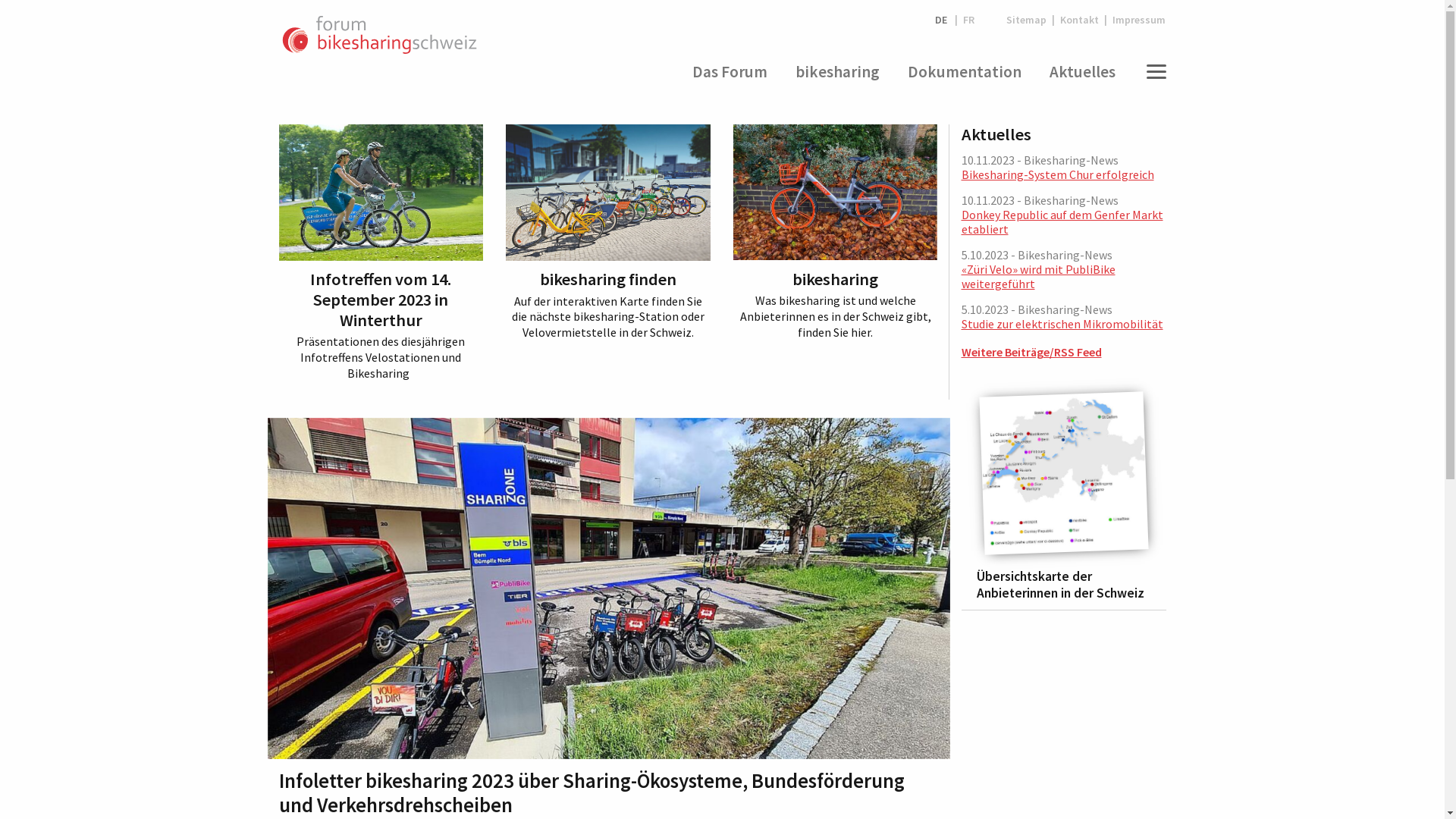 The width and height of the screenshot is (1456, 819). Describe the element at coordinates (1136, 20) in the screenshot. I see `'Impressum'` at that location.